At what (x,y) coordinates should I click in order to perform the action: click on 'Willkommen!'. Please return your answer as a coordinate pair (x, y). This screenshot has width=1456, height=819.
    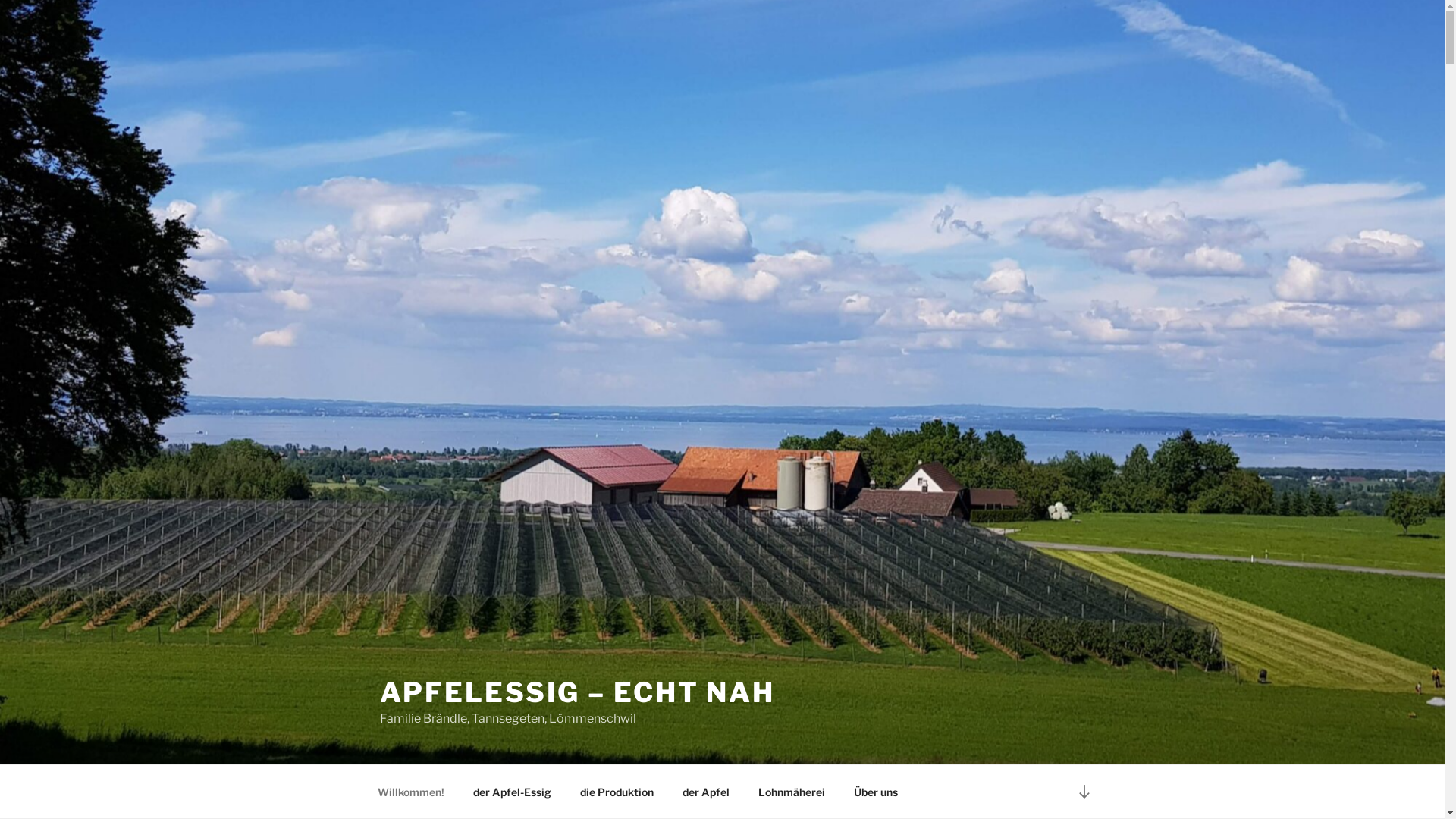
    Looking at the image, I should click on (364, 791).